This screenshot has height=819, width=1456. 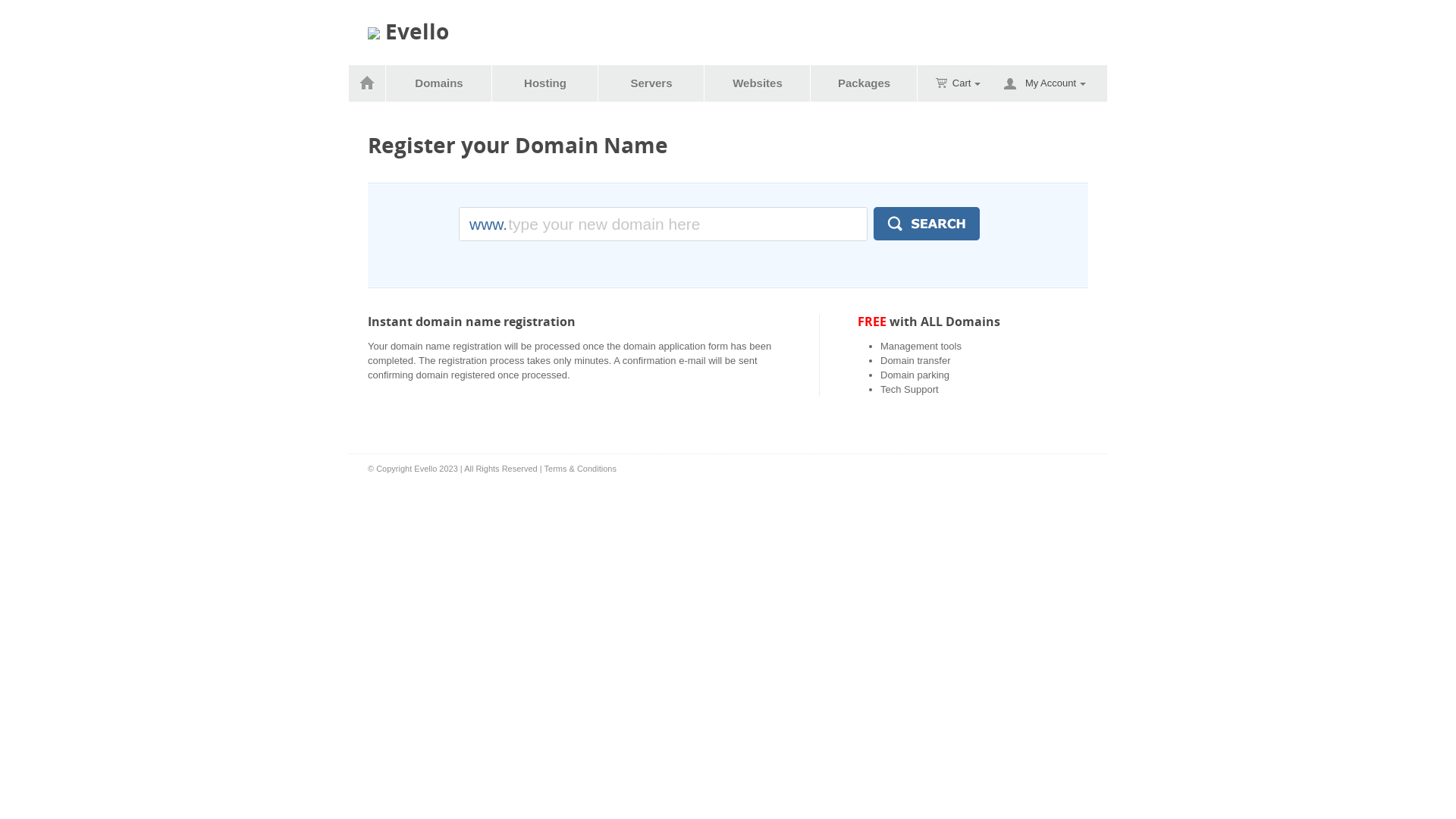 I want to click on 'Search', so click(x=926, y=223).